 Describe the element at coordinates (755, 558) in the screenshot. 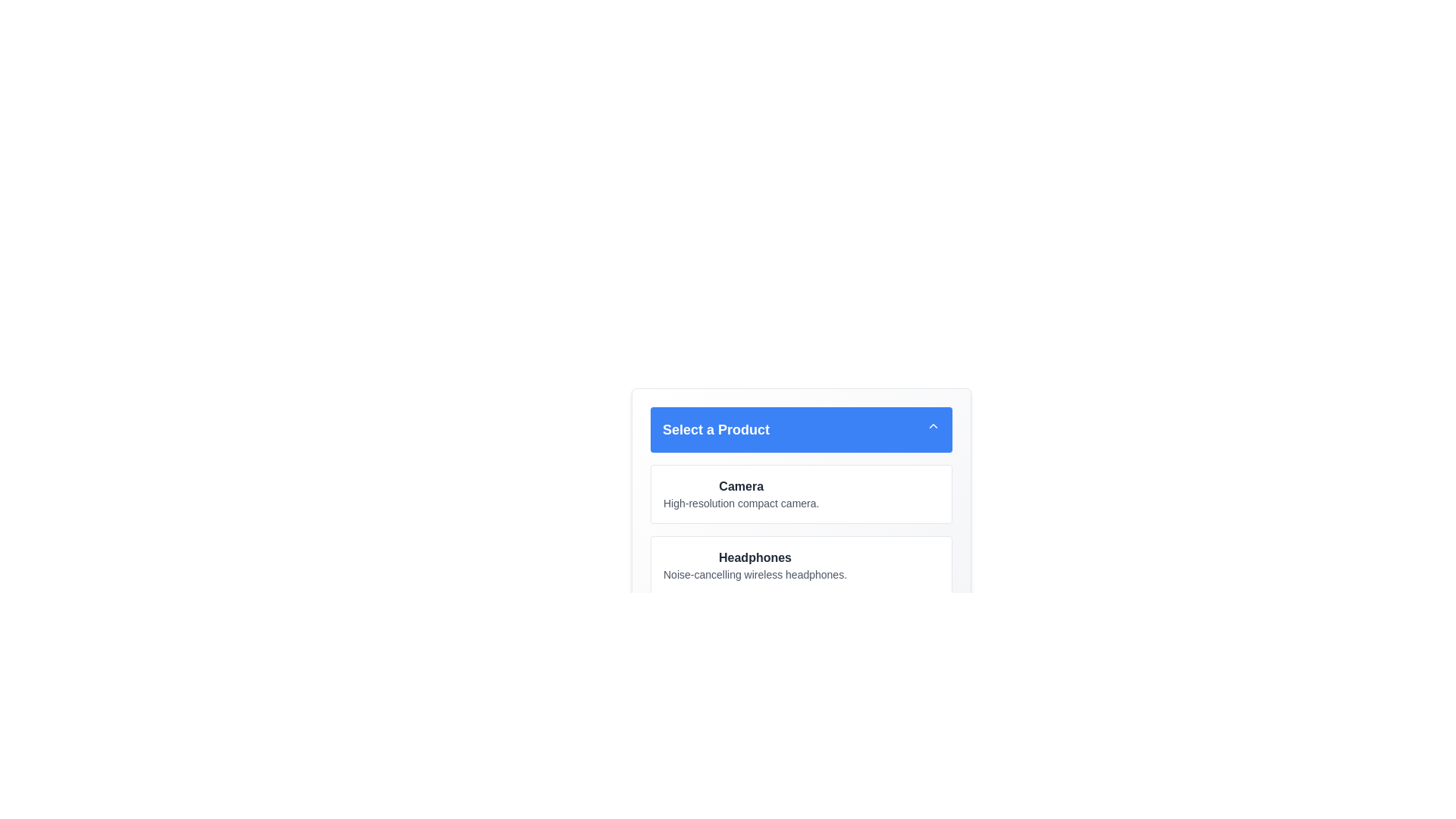

I see `the 'Headphones' text label, which is styled in bold dark gray and positioned under the 'Select a Product' section, below the 'Camera' item` at that location.